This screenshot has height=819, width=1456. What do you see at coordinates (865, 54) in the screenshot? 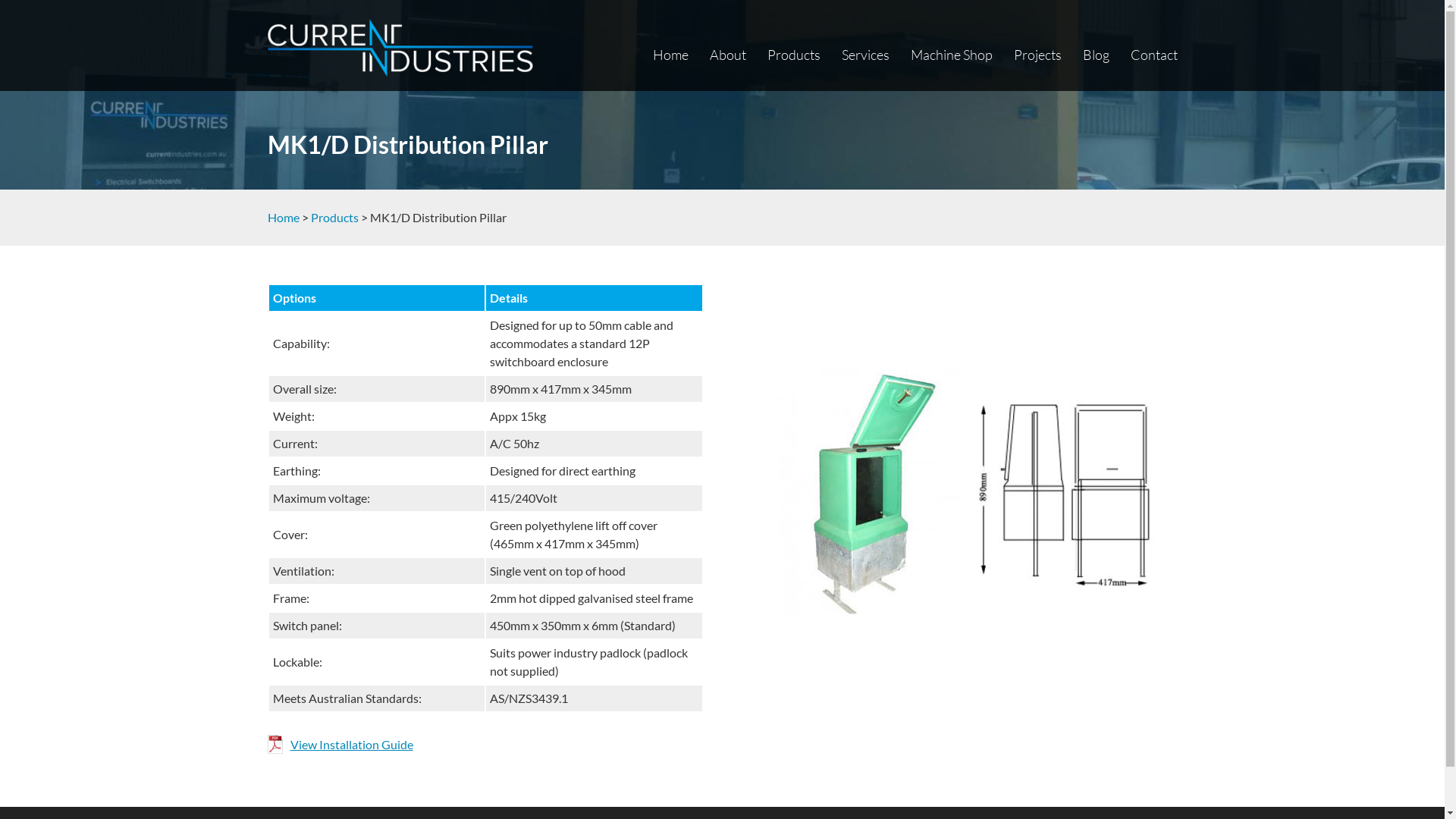
I see `'Services'` at bounding box center [865, 54].